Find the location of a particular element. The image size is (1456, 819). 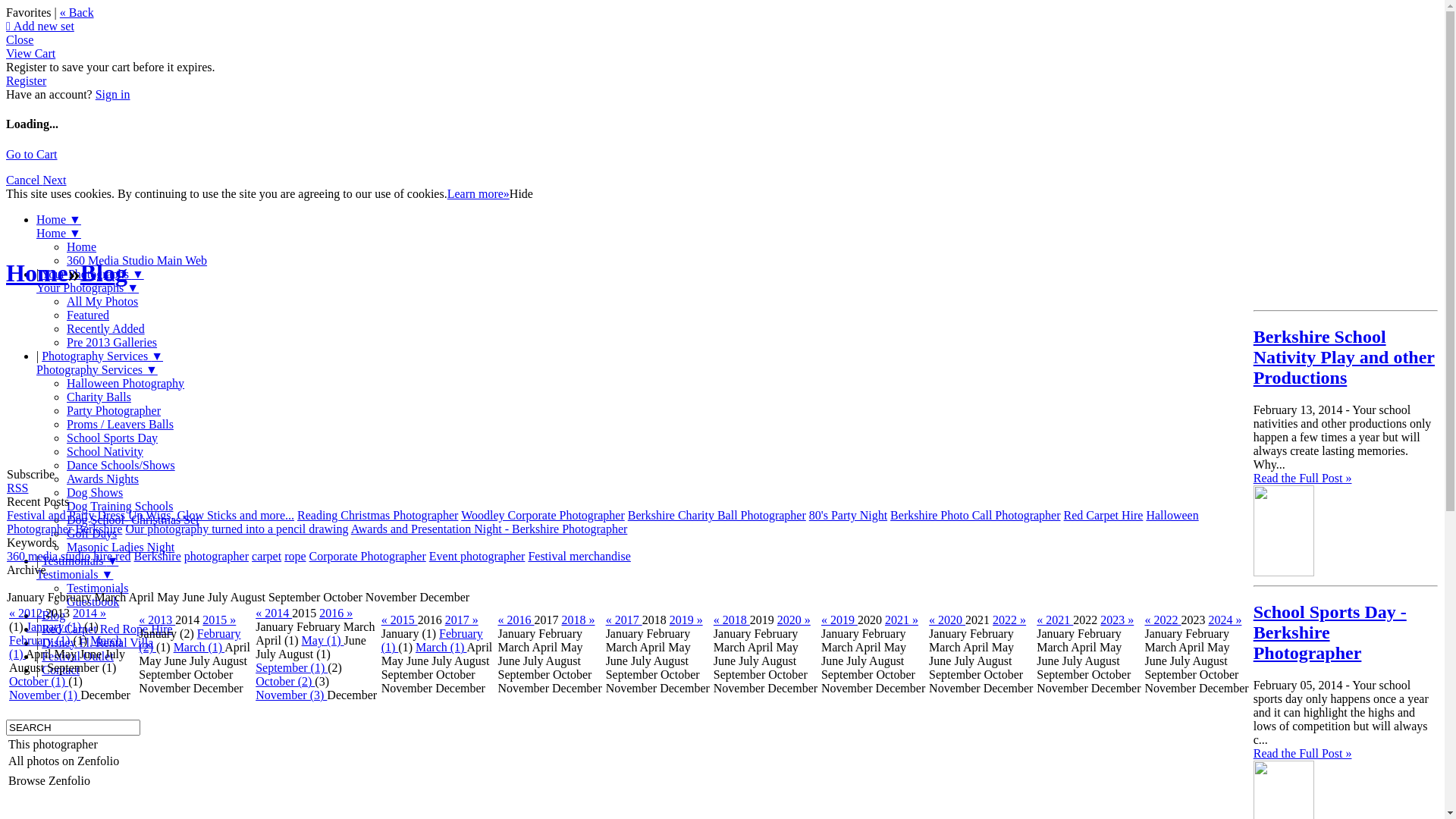

'360 Media Studio Main Web' is located at coordinates (136, 259).